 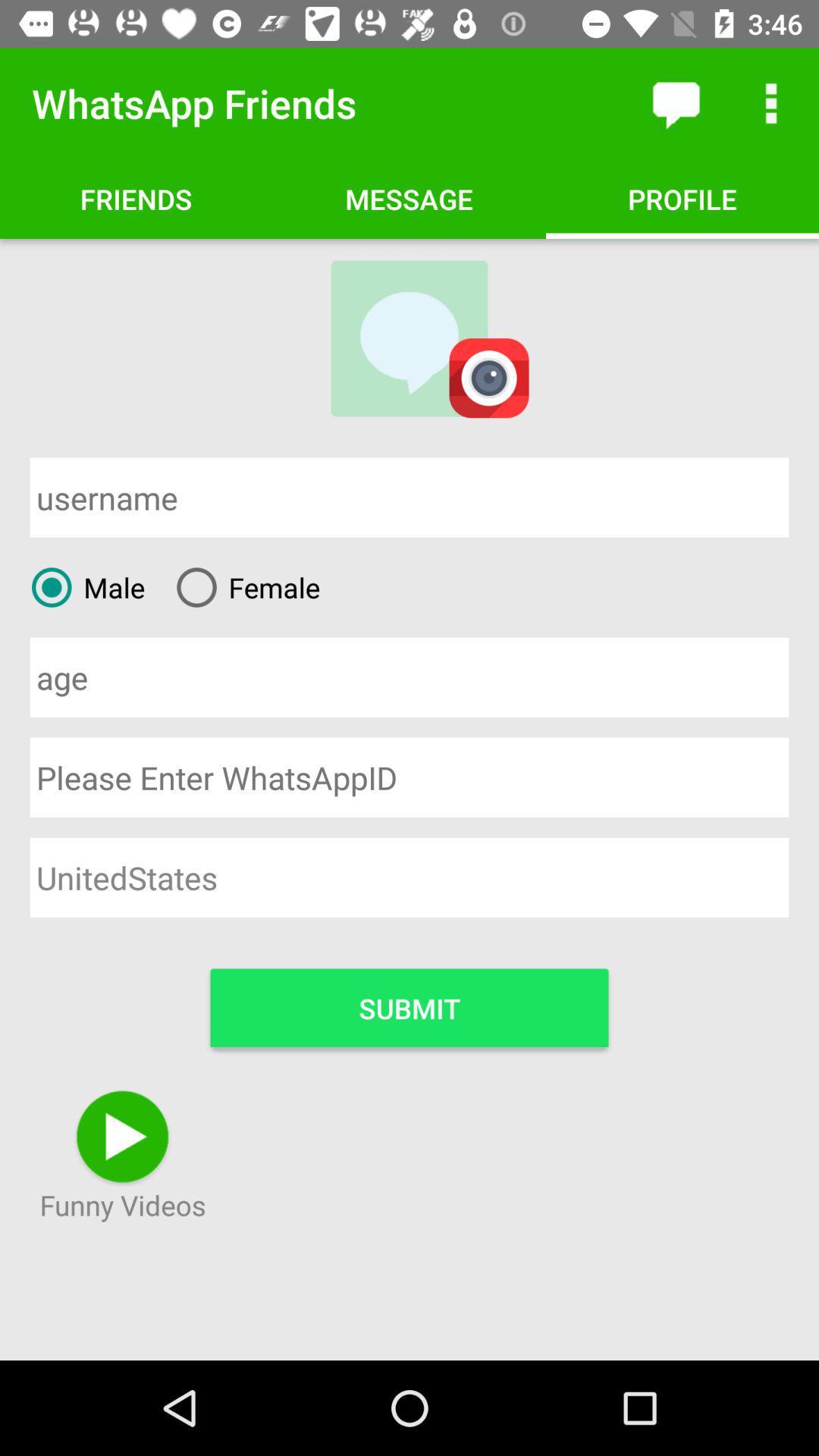 What do you see at coordinates (771, 102) in the screenshot?
I see `open menu options` at bounding box center [771, 102].